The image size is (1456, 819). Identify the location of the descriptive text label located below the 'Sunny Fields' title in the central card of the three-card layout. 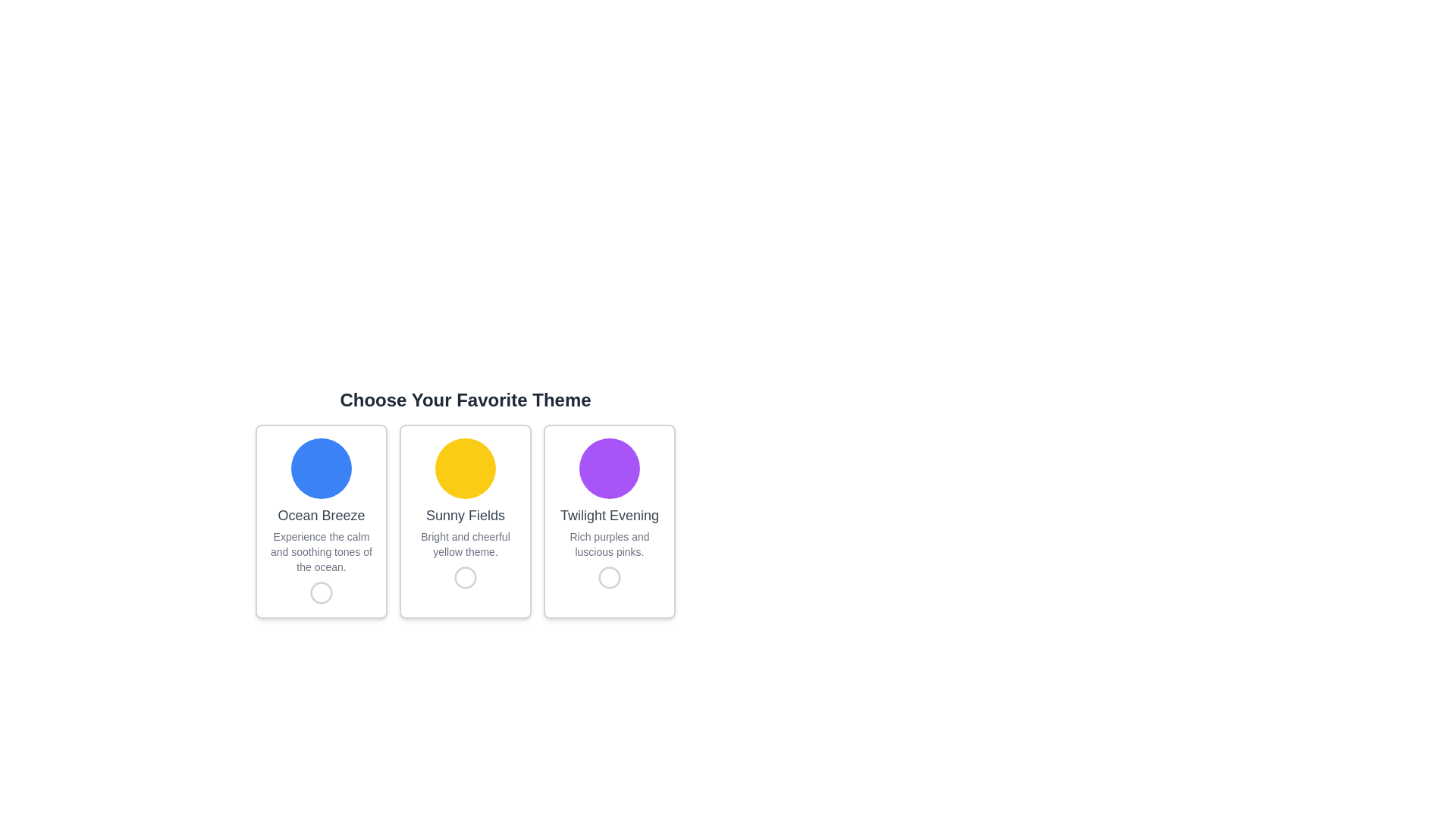
(465, 543).